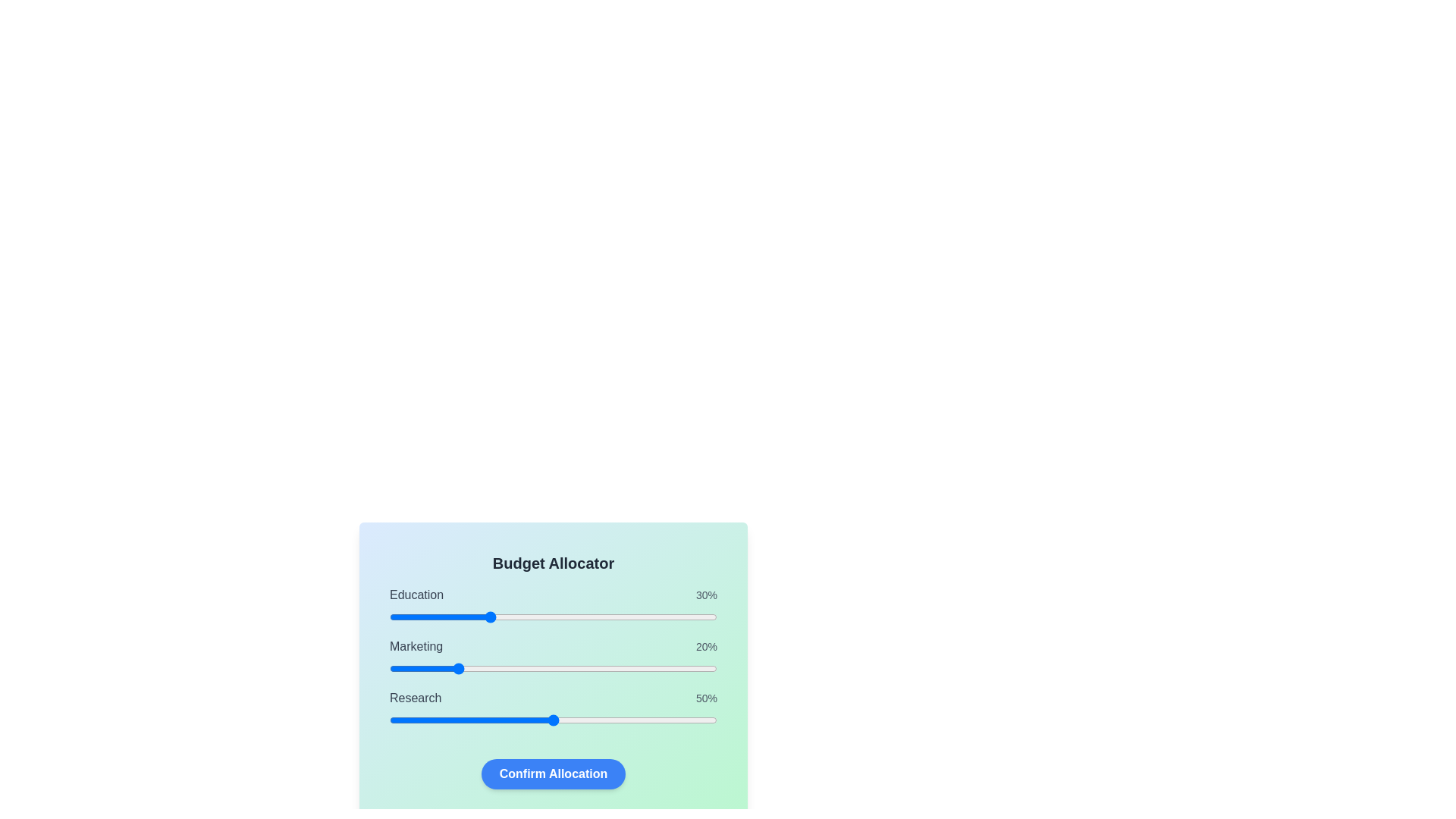 Image resolution: width=1456 pixels, height=819 pixels. Describe the element at coordinates (655, 617) in the screenshot. I see `the Education slider to 81%` at that location.